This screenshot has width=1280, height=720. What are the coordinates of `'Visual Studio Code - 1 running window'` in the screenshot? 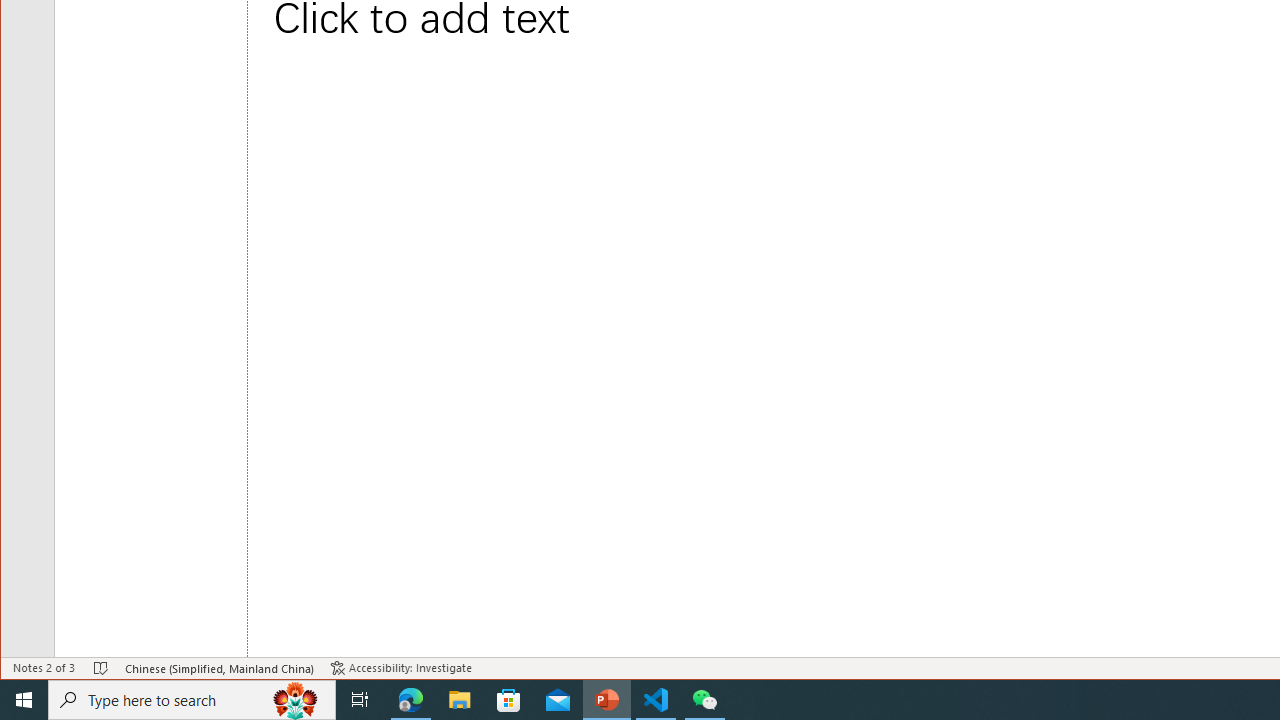 It's located at (656, 698).